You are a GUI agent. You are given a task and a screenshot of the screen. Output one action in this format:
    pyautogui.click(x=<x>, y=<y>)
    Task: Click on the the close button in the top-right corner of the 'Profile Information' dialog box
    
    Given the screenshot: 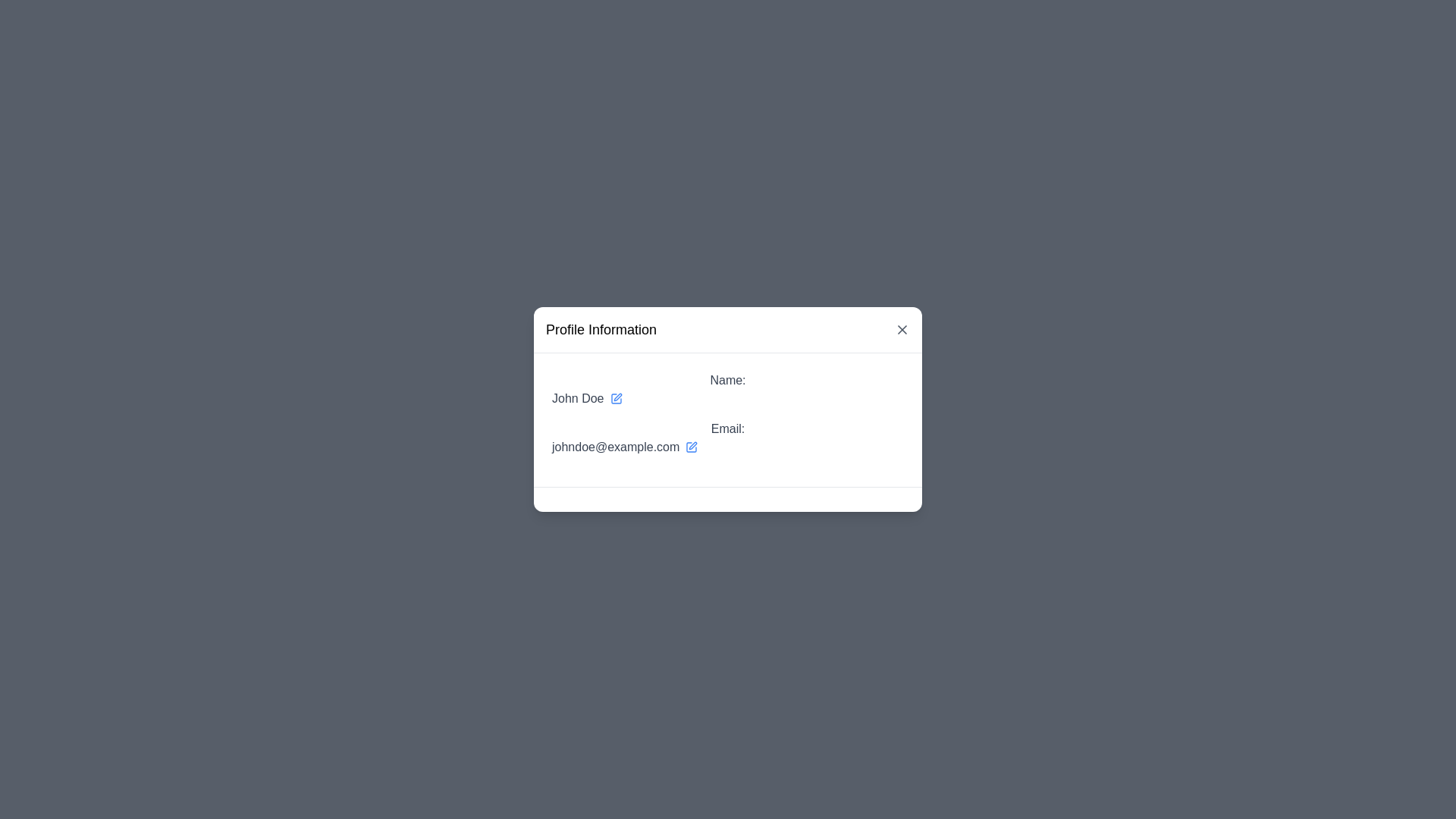 What is the action you would take?
    pyautogui.click(x=902, y=329)
    